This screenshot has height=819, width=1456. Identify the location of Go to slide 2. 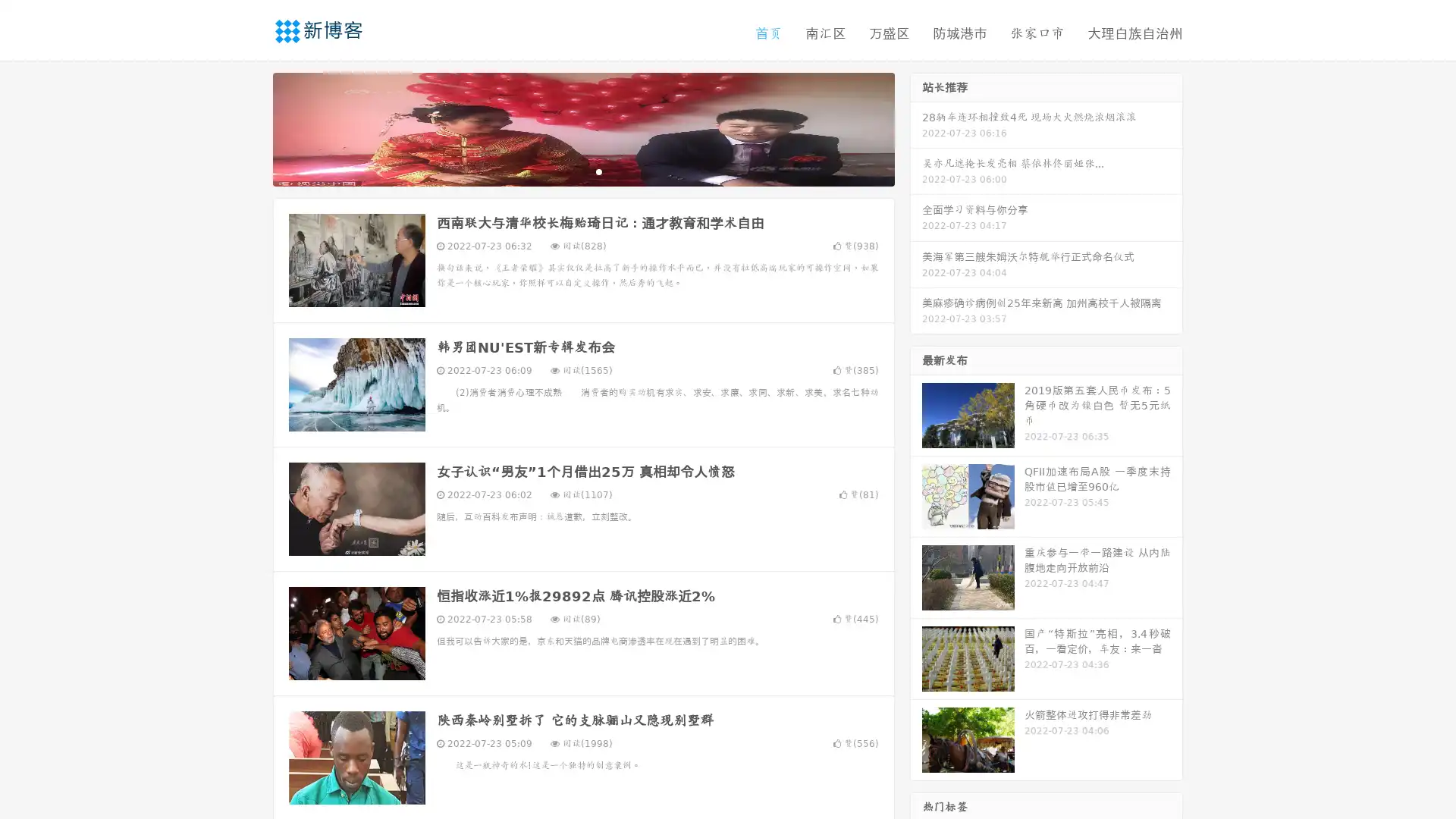
(582, 171).